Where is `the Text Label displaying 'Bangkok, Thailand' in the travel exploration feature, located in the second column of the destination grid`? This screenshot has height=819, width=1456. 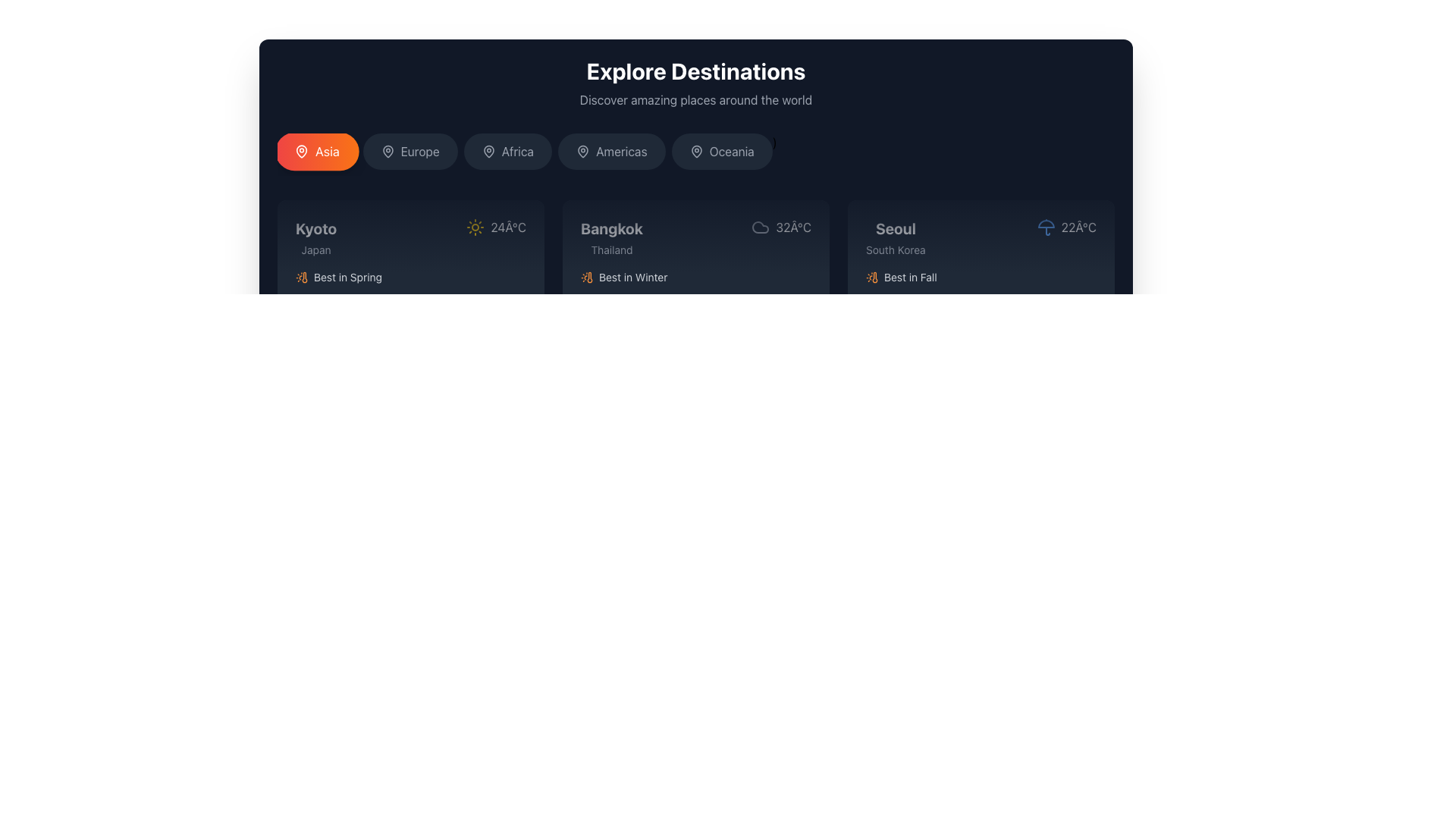 the Text Label displaying 'Bangkok, Thailand' in the travel exploration feature, located in the second column of the destination grid is located at coordinates (611, 237).